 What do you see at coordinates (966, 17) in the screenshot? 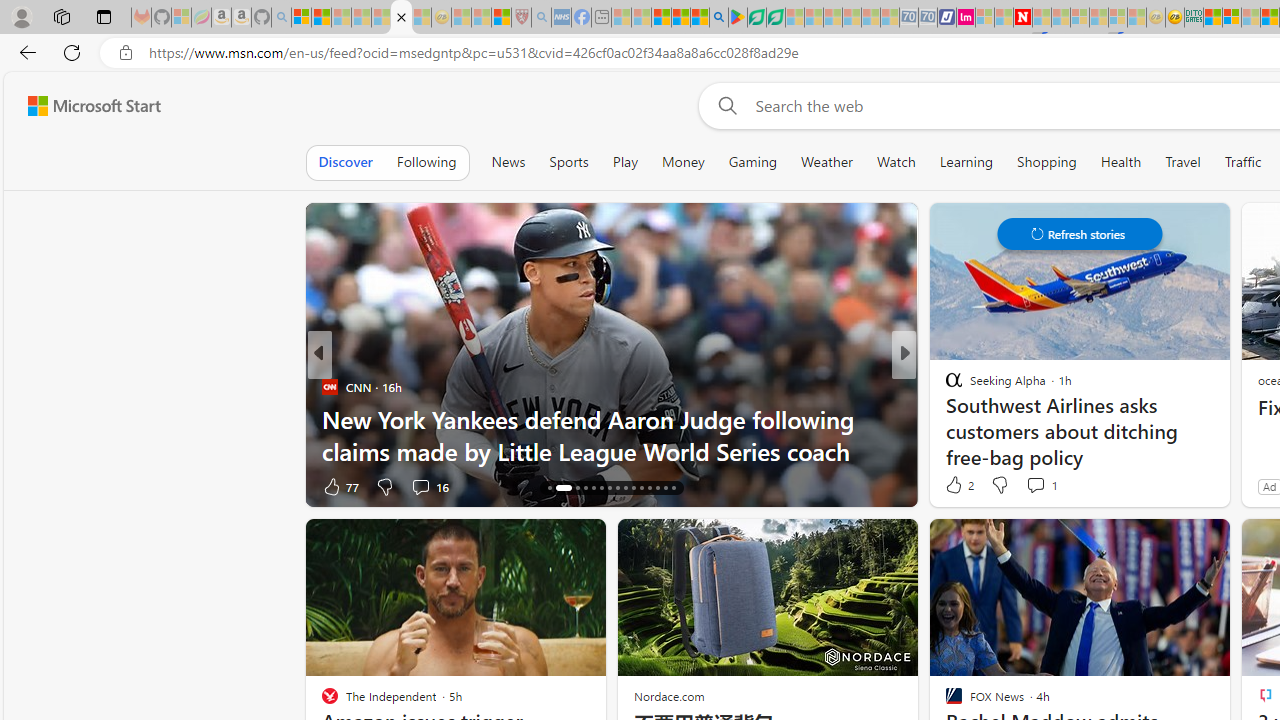
I see `'Jobs - lastminute.com Investor Portal'` at bounding box center [966, 17].